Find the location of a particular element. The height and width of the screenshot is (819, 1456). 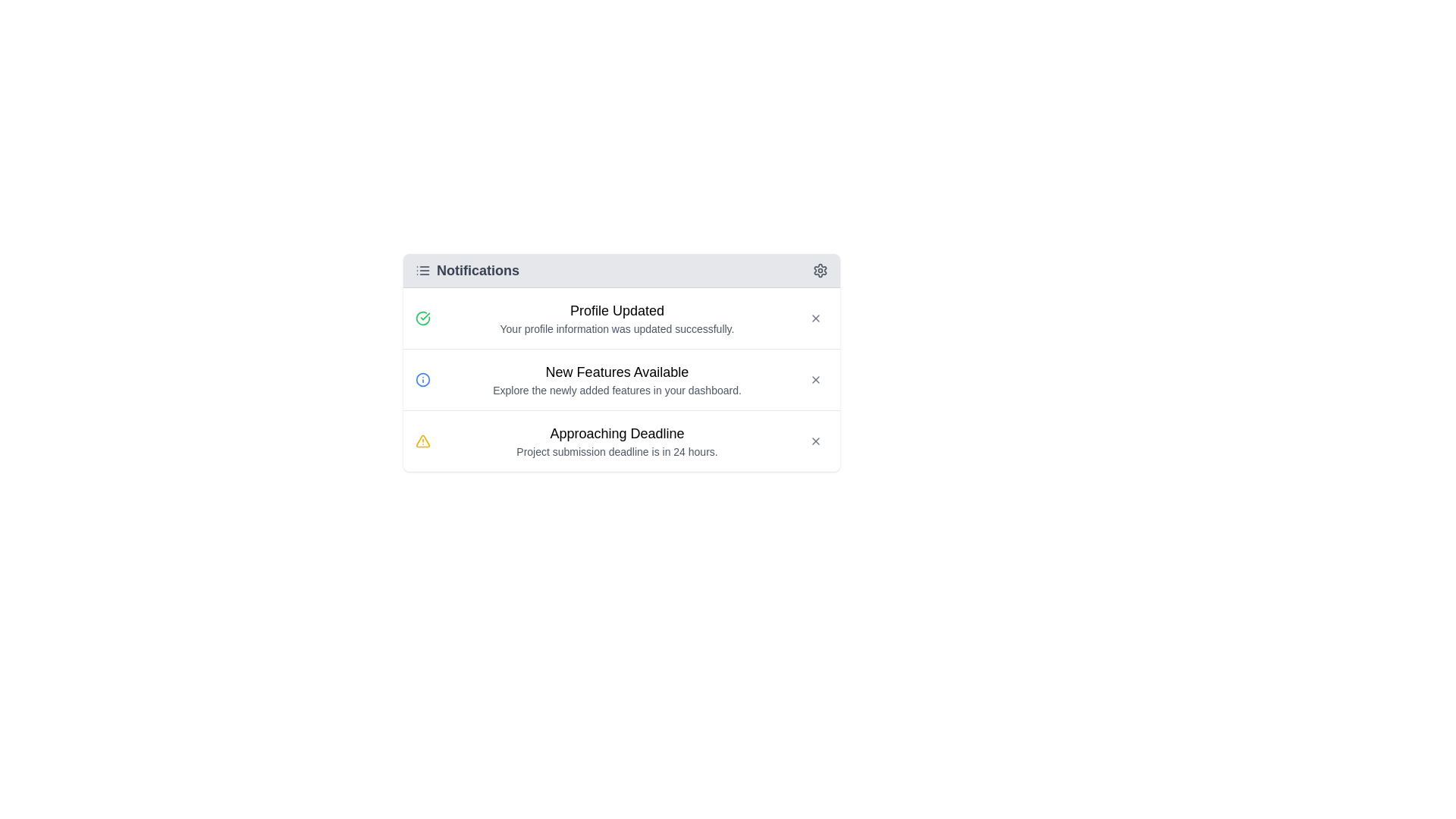

the settings icon button located in the top-right corner of the 'Notifications' section header, positioned to the right of the text 'Notifications' is located at coordinates (819, 270).